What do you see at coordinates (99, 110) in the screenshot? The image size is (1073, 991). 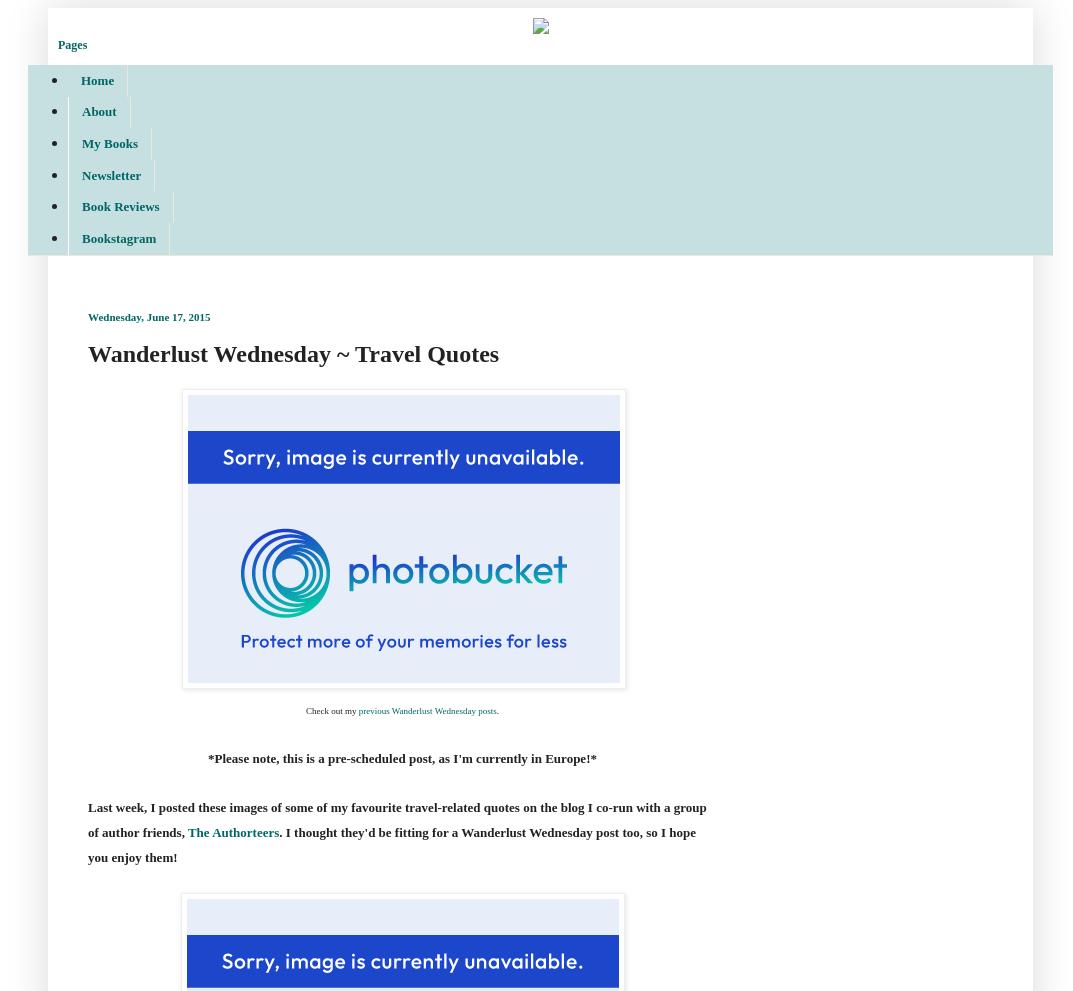 I see `'About'` at bounding box center [99, 110].